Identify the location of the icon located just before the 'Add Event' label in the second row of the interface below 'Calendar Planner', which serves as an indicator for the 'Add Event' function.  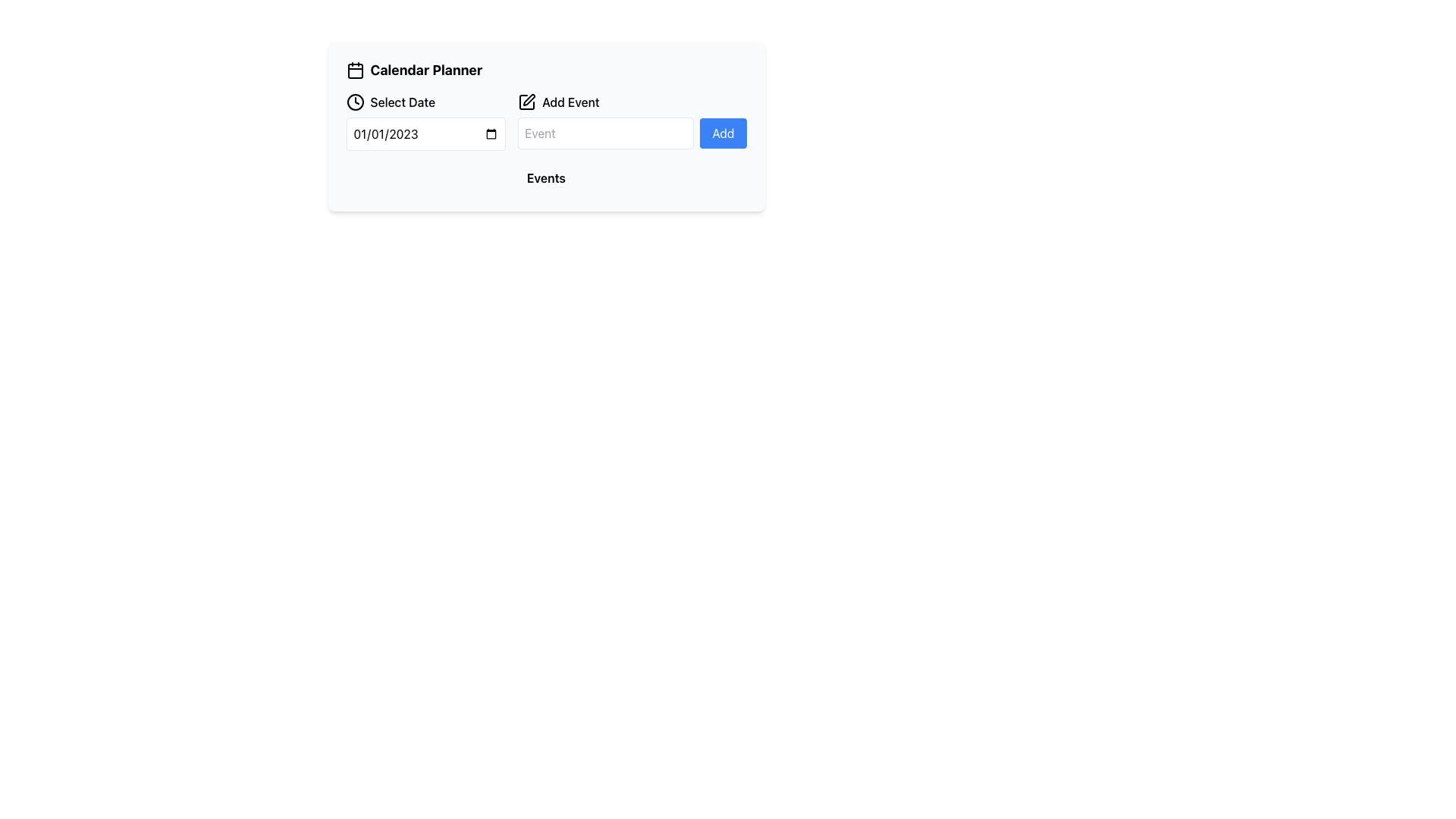
(527, 102).